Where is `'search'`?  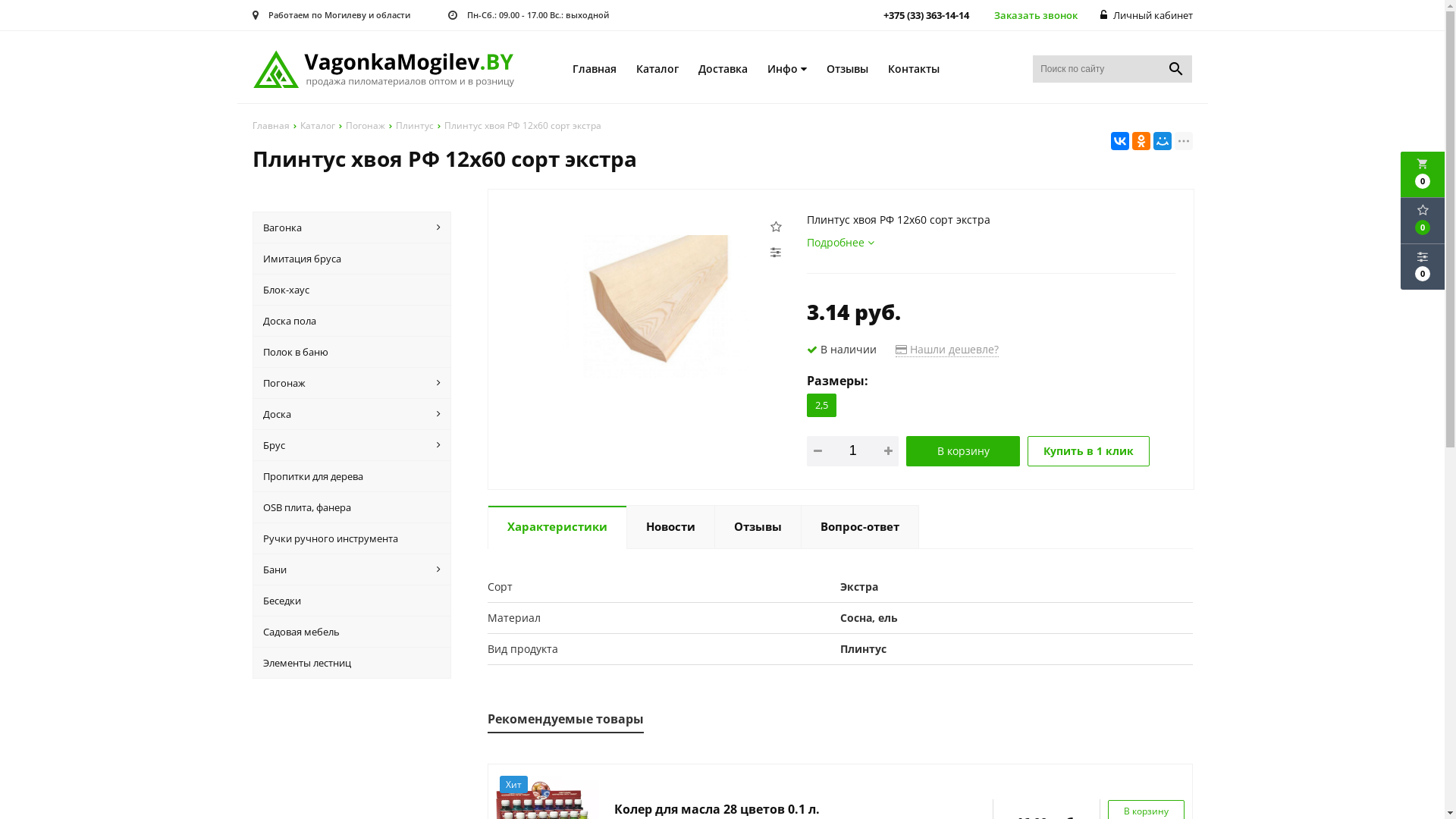
'search' is located at coordinates (1175, 69).